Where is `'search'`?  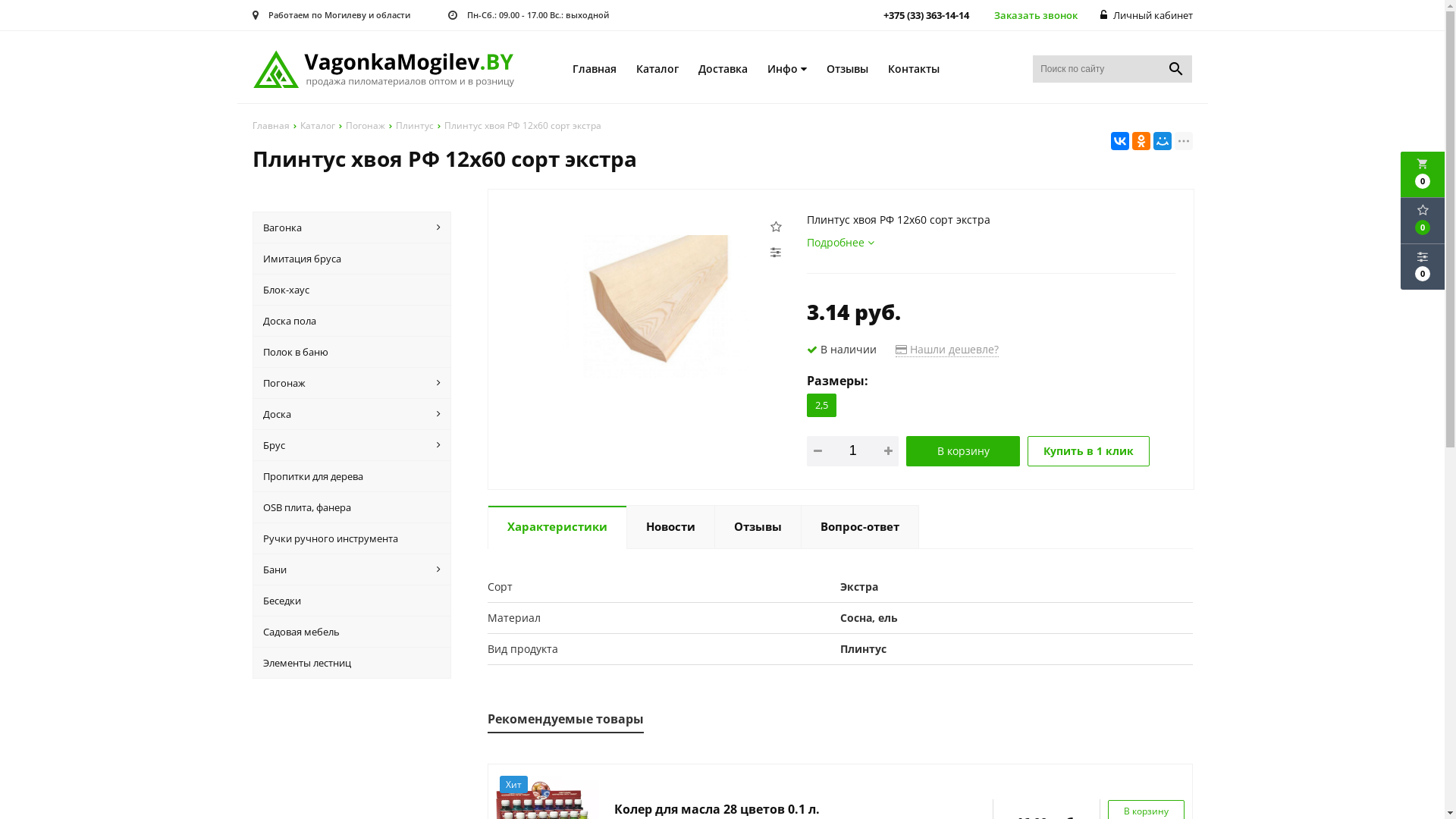
'search' is located at coordinates (1175, 69).